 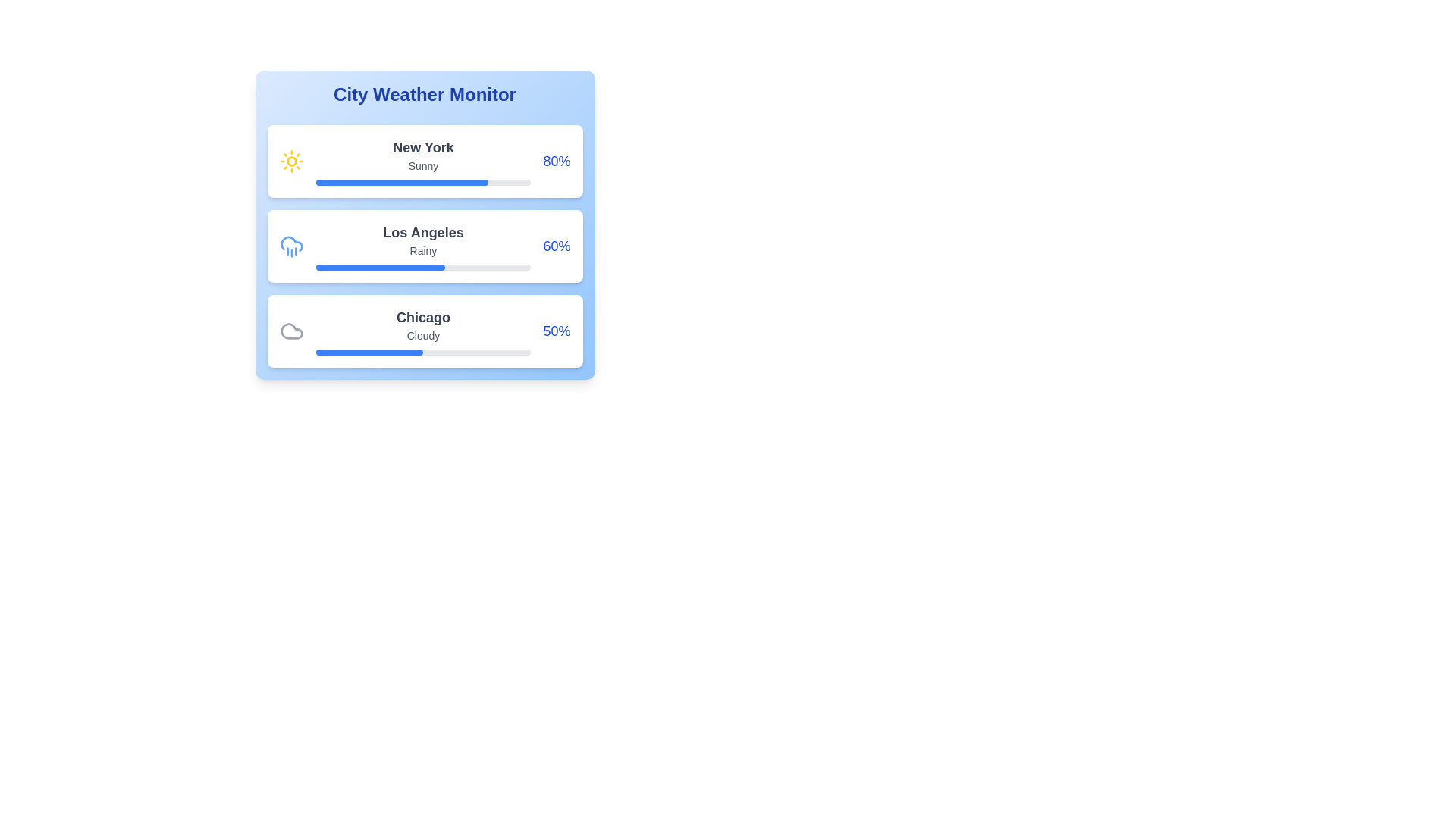 I want to click on the Text Label indicating the name of the city for weather data, which is located in the third row of the weather monitoring interface, aligned to the left side and above the text 'Cloudy', so click(x=423, y=317).